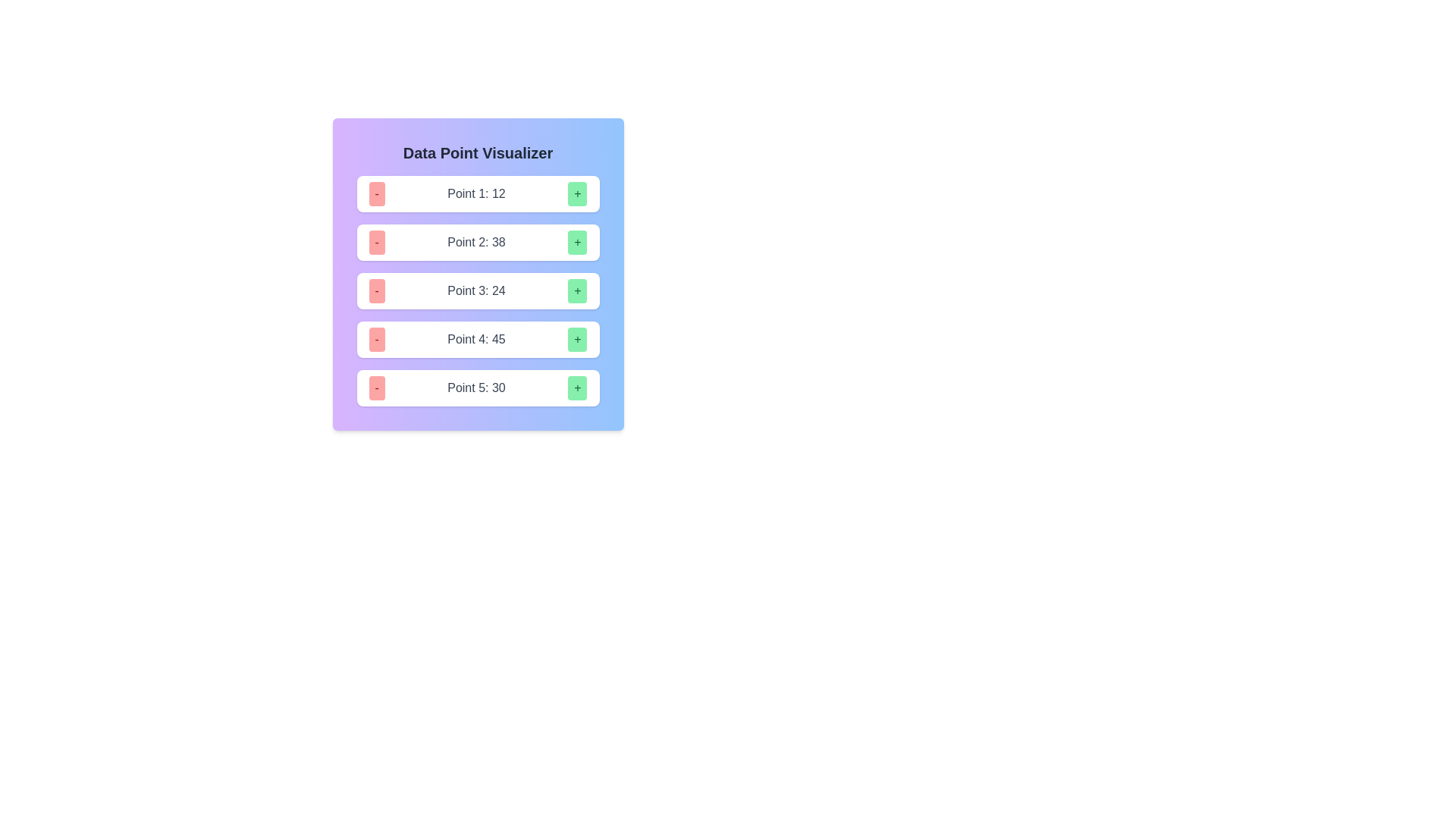 This screenshot has width=1456, height=819. What do you see at coordinates (377, 388) in the screenshot?
I see `the decrement button located in the fifth row of the 'Data Point Visualizer', positioned to the left of 'Point 5: 30'` at bounding box center [377, 388].